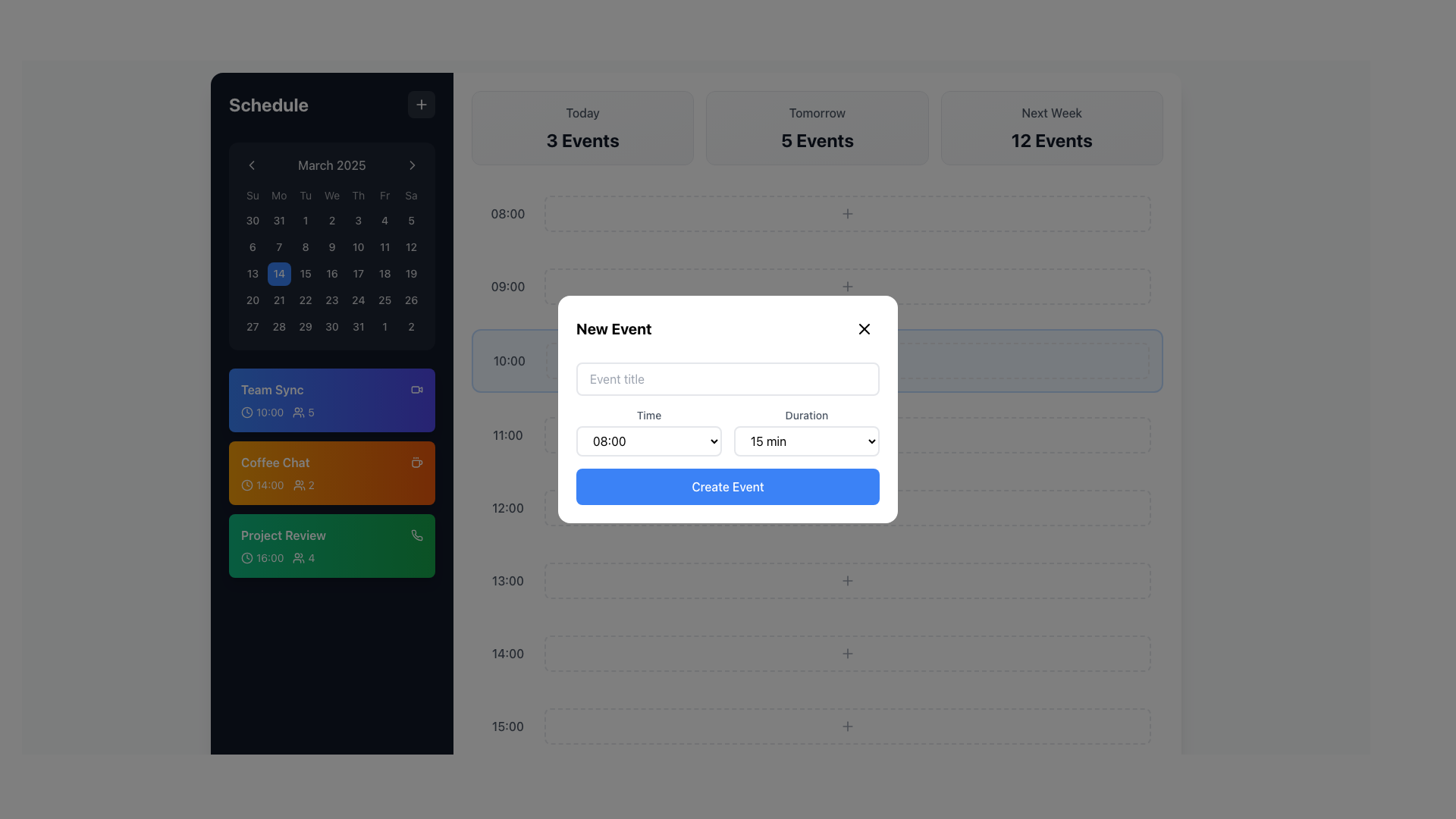 The image size is (1456, 819). Describe the element at coordinates (253, 246) in the screenshot. I see `the square button displaying the number '6'` at that location.